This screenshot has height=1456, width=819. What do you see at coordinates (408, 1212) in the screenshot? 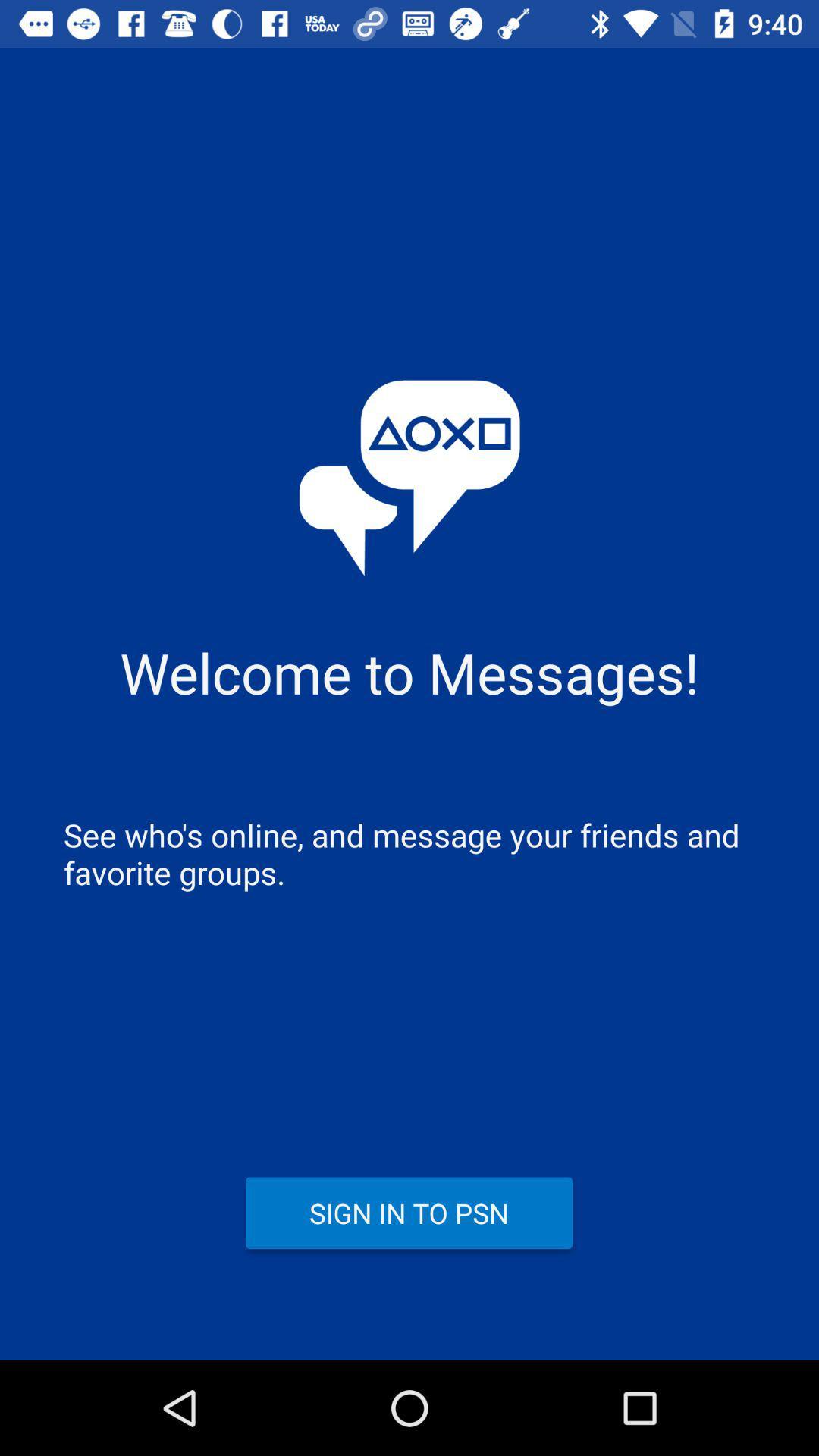
I see `sign in to item` at bounding box center [408, 1212].